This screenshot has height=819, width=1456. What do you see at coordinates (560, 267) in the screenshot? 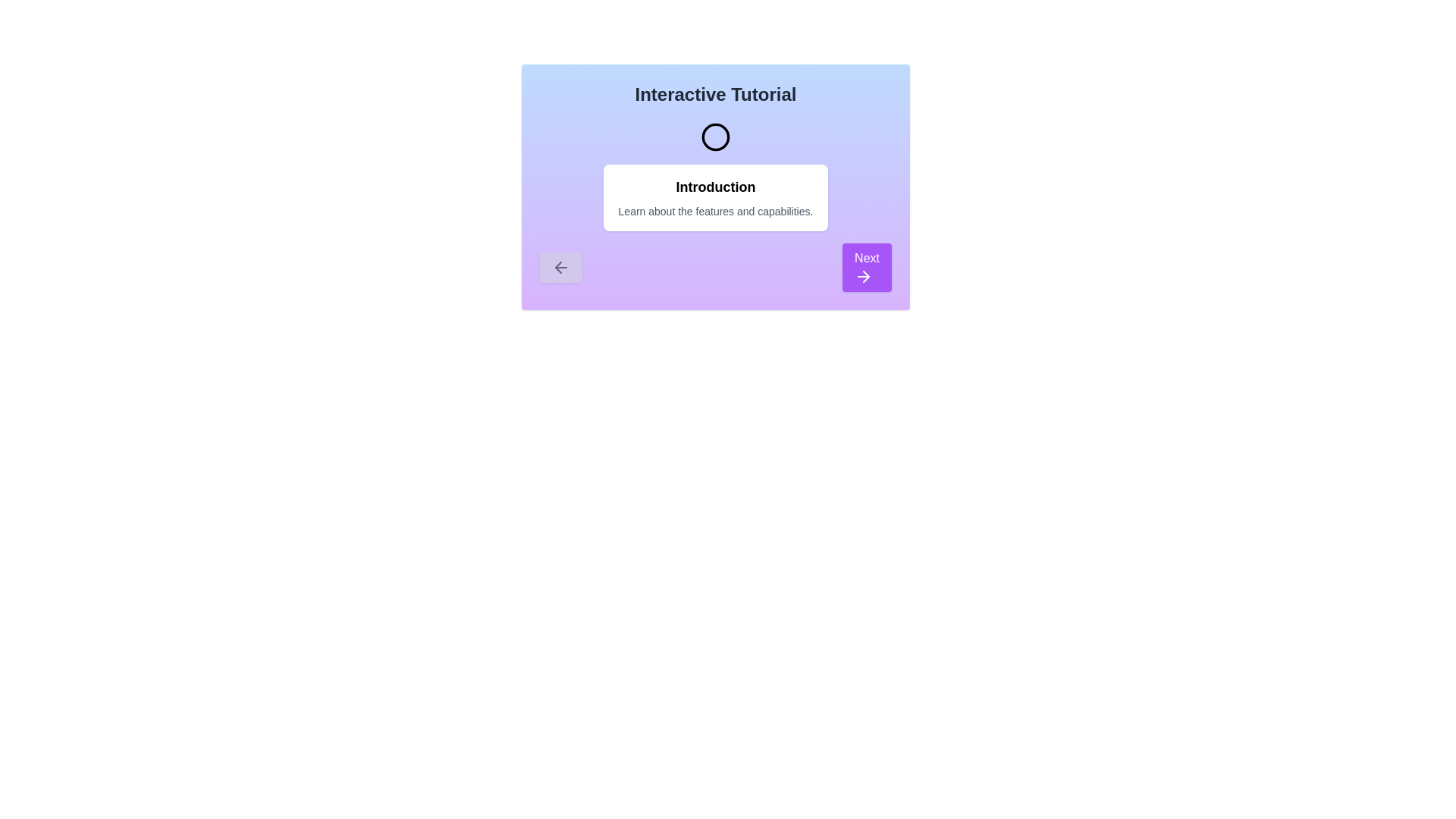
I see `'Previous' arrow button to navigate to the previous step` at bounding box center [560, 267].